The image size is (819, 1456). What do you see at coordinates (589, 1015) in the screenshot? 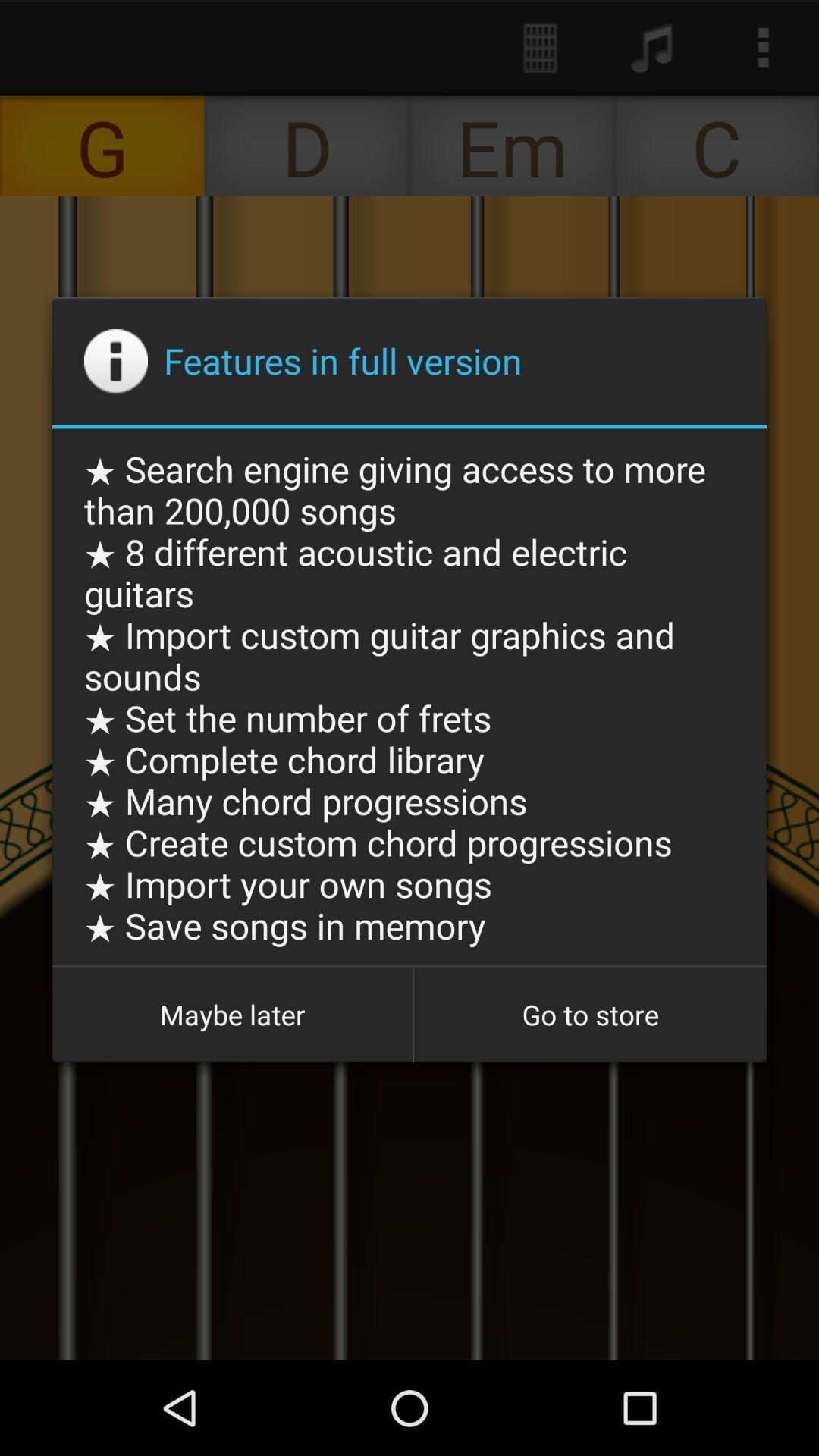
I see `go to store button` at bounding box center [589, 1015].